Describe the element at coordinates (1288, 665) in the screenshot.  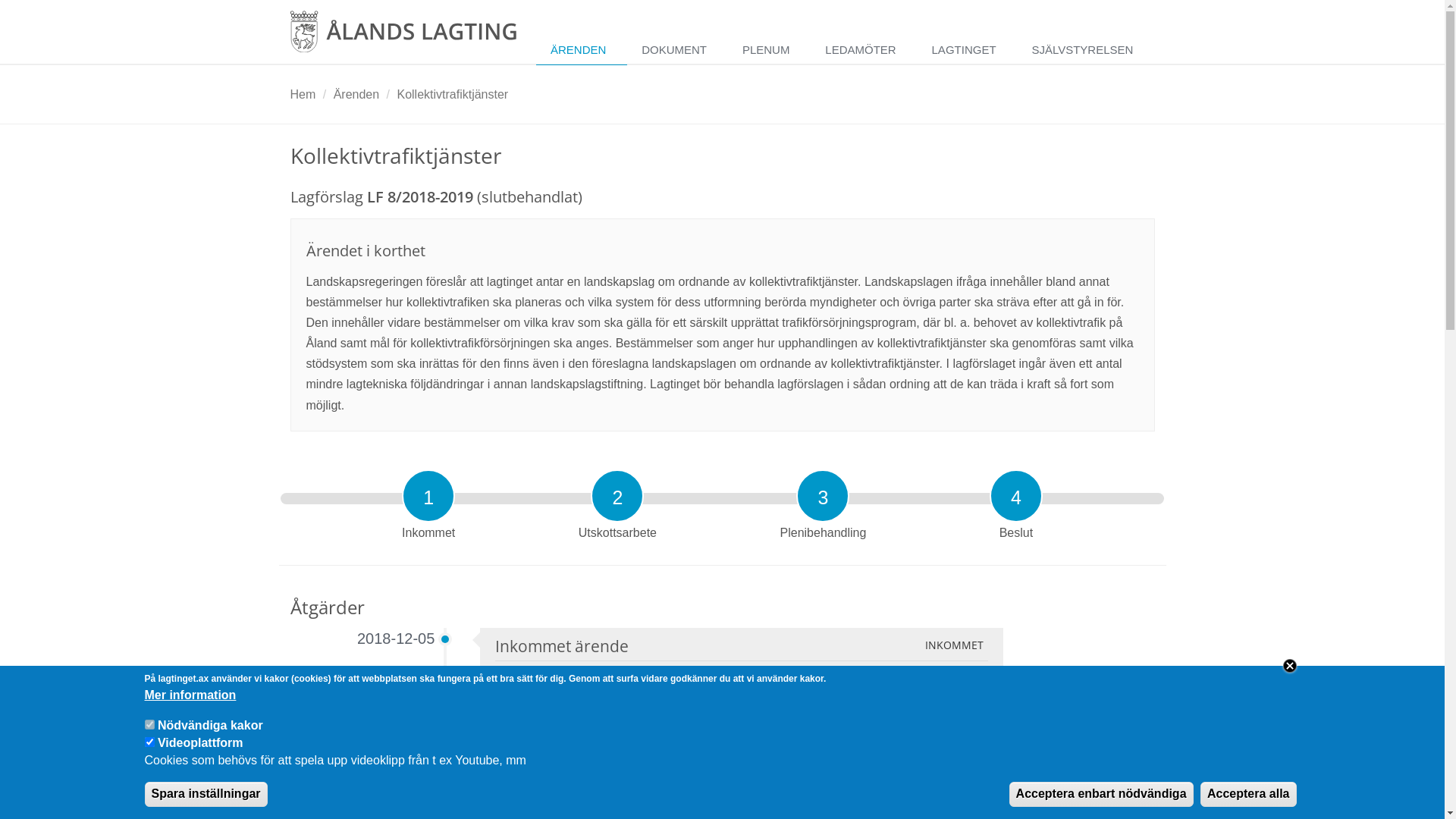
I see `'Close'` at that location.